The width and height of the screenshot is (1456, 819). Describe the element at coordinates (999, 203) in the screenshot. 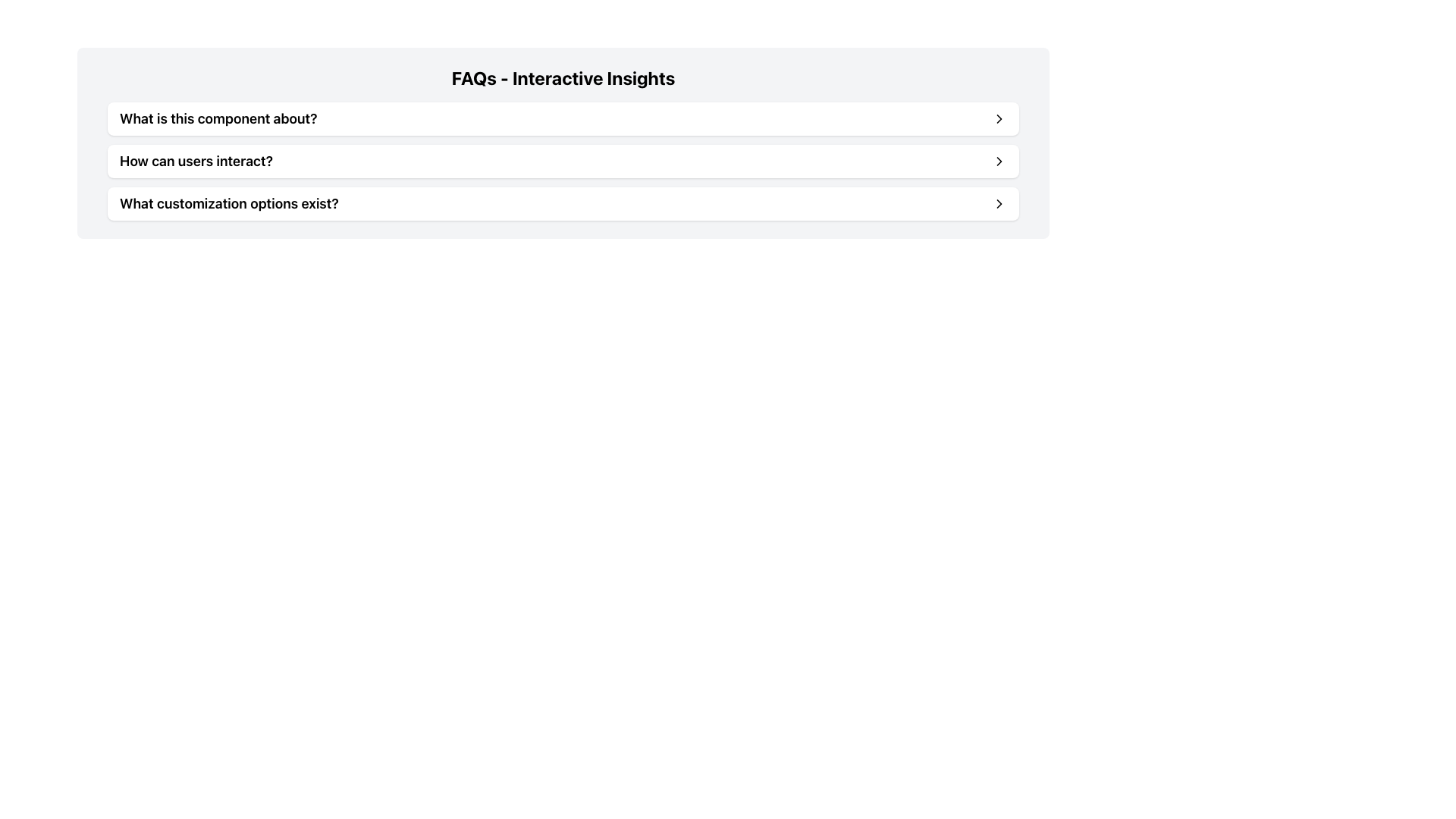

I see `the chevron icon on the right end of the row 'What customization options exist?'` at that location.